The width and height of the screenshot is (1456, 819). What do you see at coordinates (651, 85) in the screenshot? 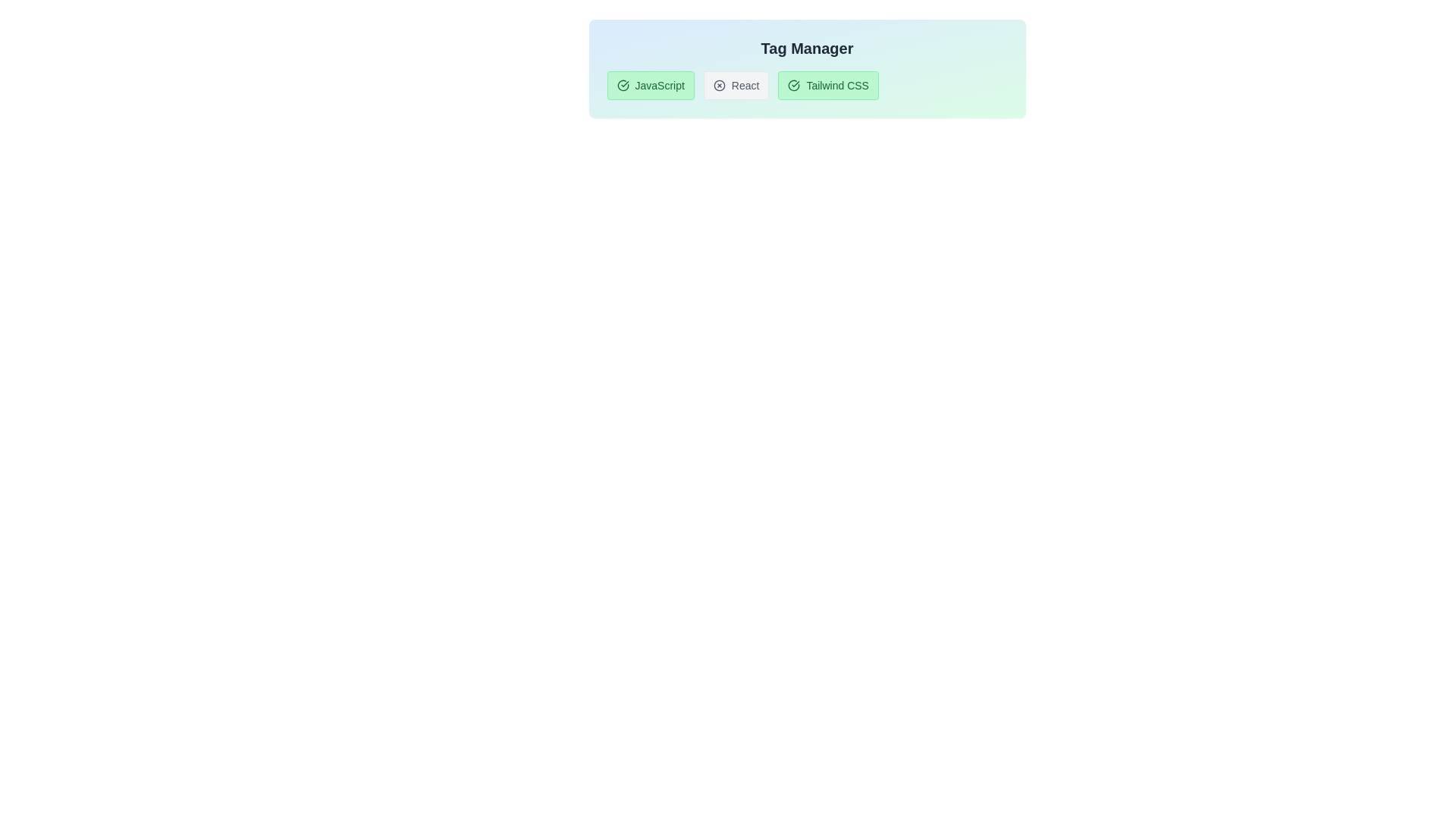
I see `the tag JavaScript to view its hover effect` at bounding box center [651, 85].